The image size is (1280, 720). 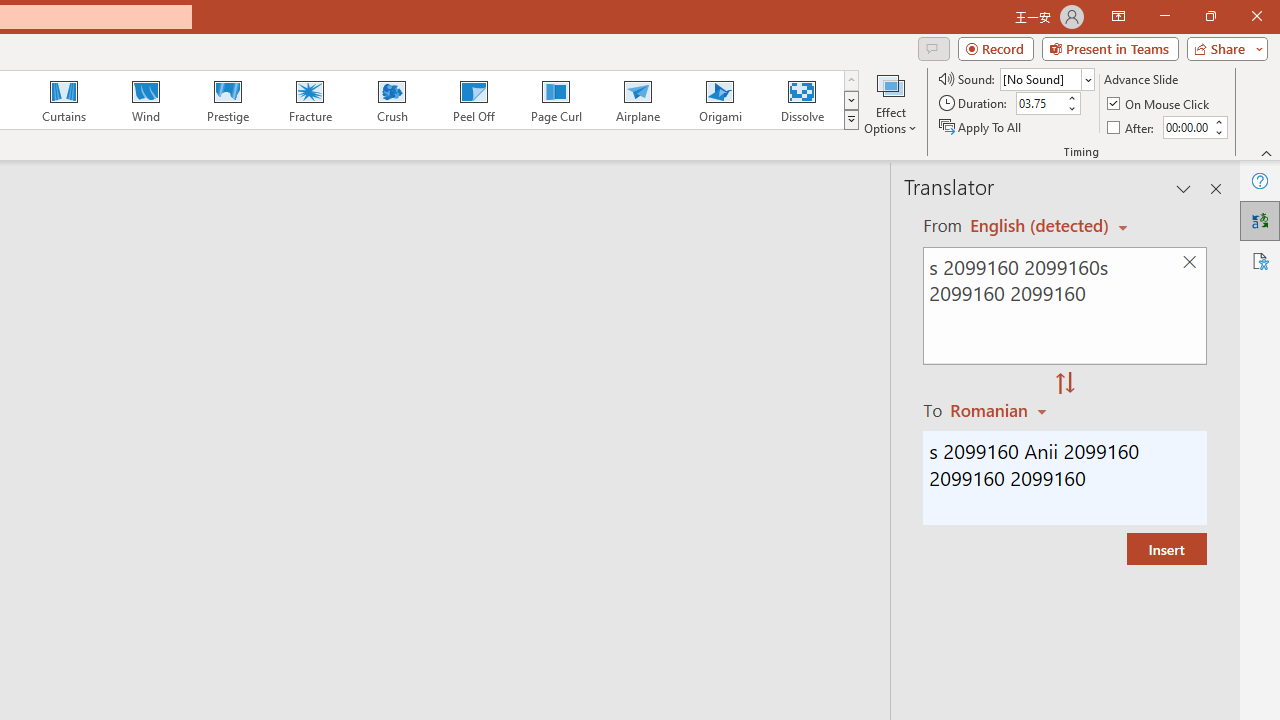 What do you see at coordinates (1040, 225) in the screenshot?
I see `'Czech (detected)'` at bounding box center [1040, 225].